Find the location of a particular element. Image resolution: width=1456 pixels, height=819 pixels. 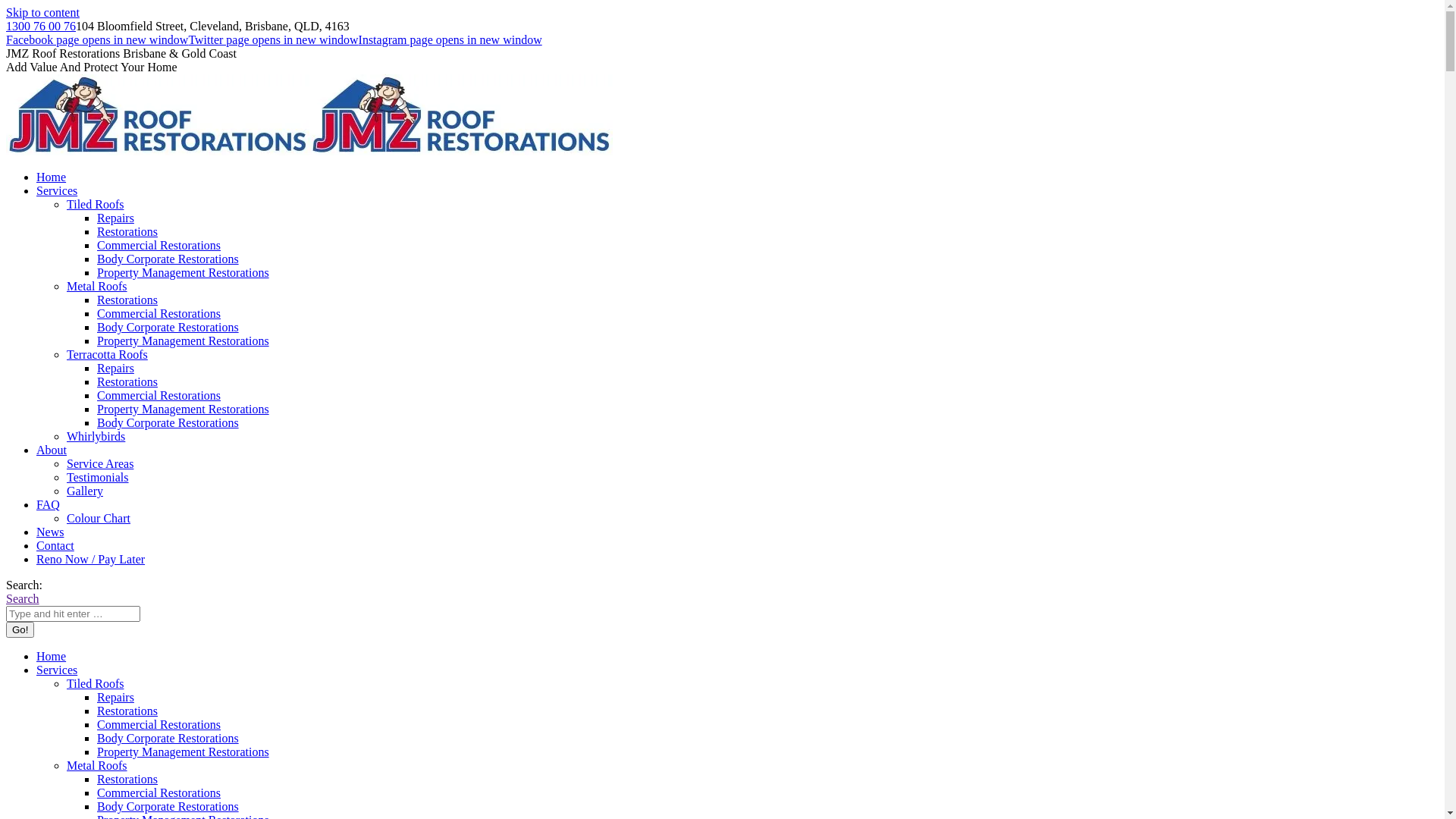

'Body Corporate Restorations' is located at coordinates (168, 422).